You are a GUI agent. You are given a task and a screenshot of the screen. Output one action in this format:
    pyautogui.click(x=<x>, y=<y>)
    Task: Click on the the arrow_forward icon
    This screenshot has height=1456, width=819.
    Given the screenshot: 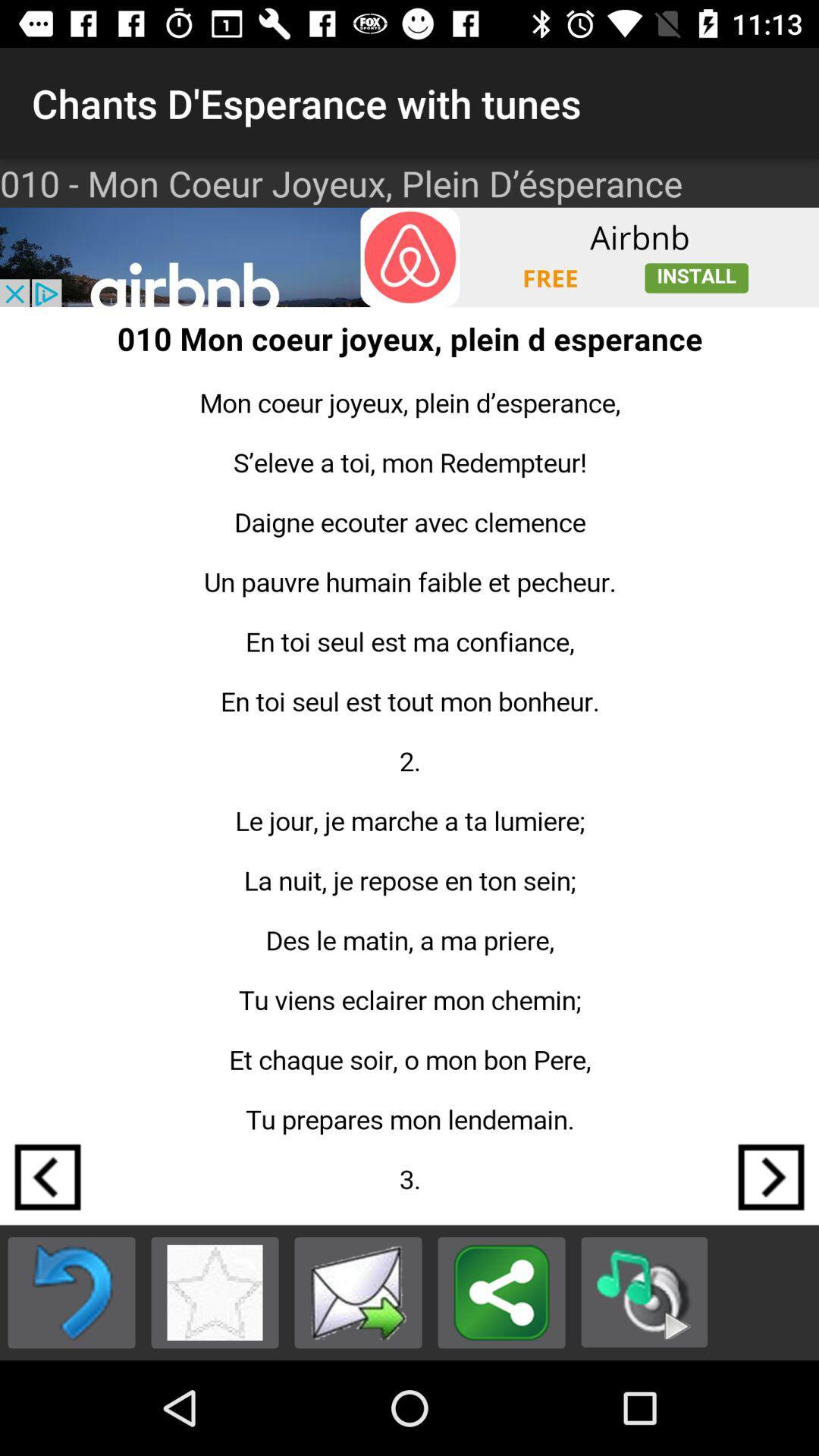 What is the action you would take?
    pyautogui.click(x=771, y=1176)
    